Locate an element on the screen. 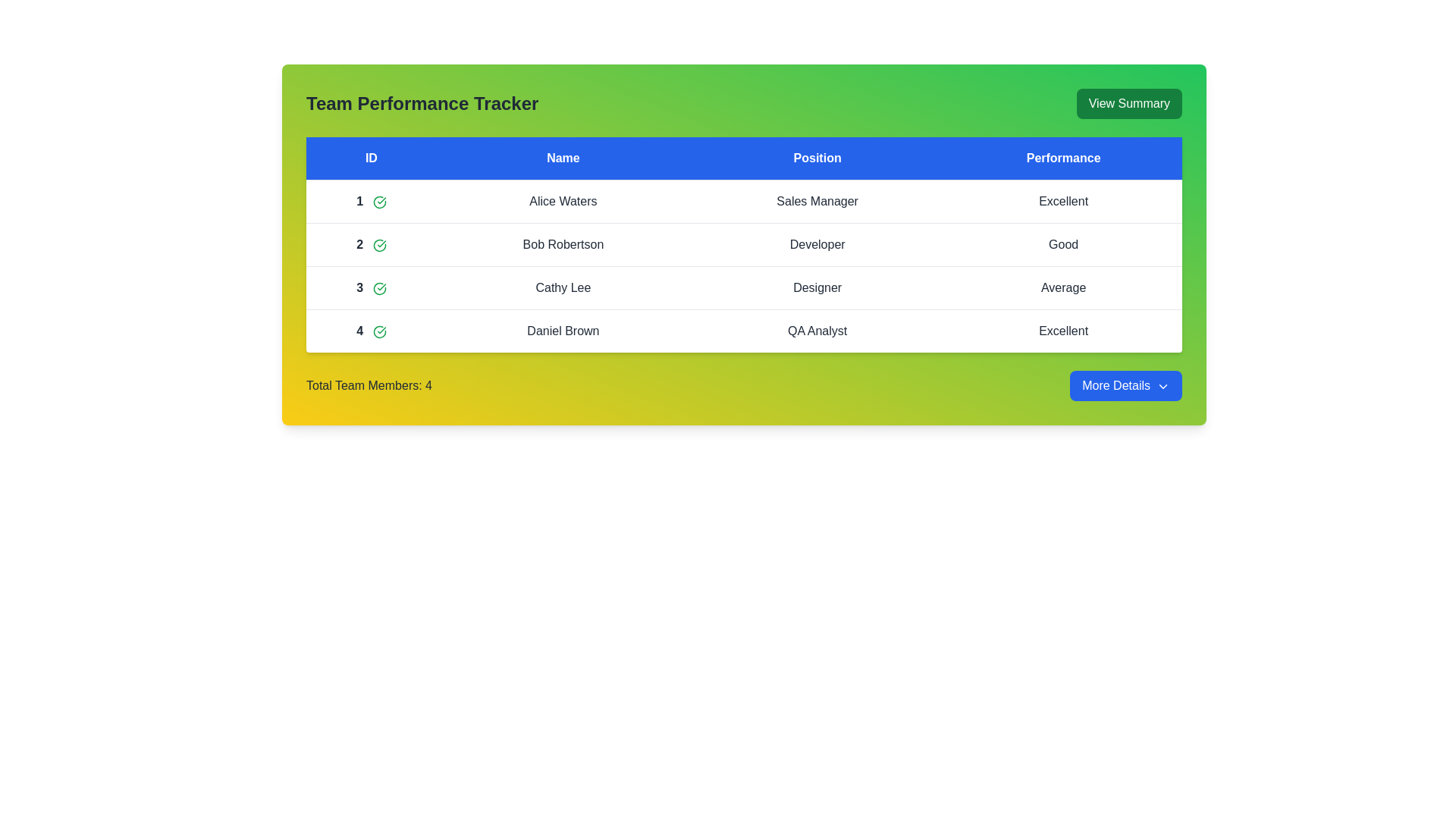 Image resolution: width=1456 pixels, height=819 pixels. the 'More Details' button to reveal additional information is located at coordinates (1125, 385).